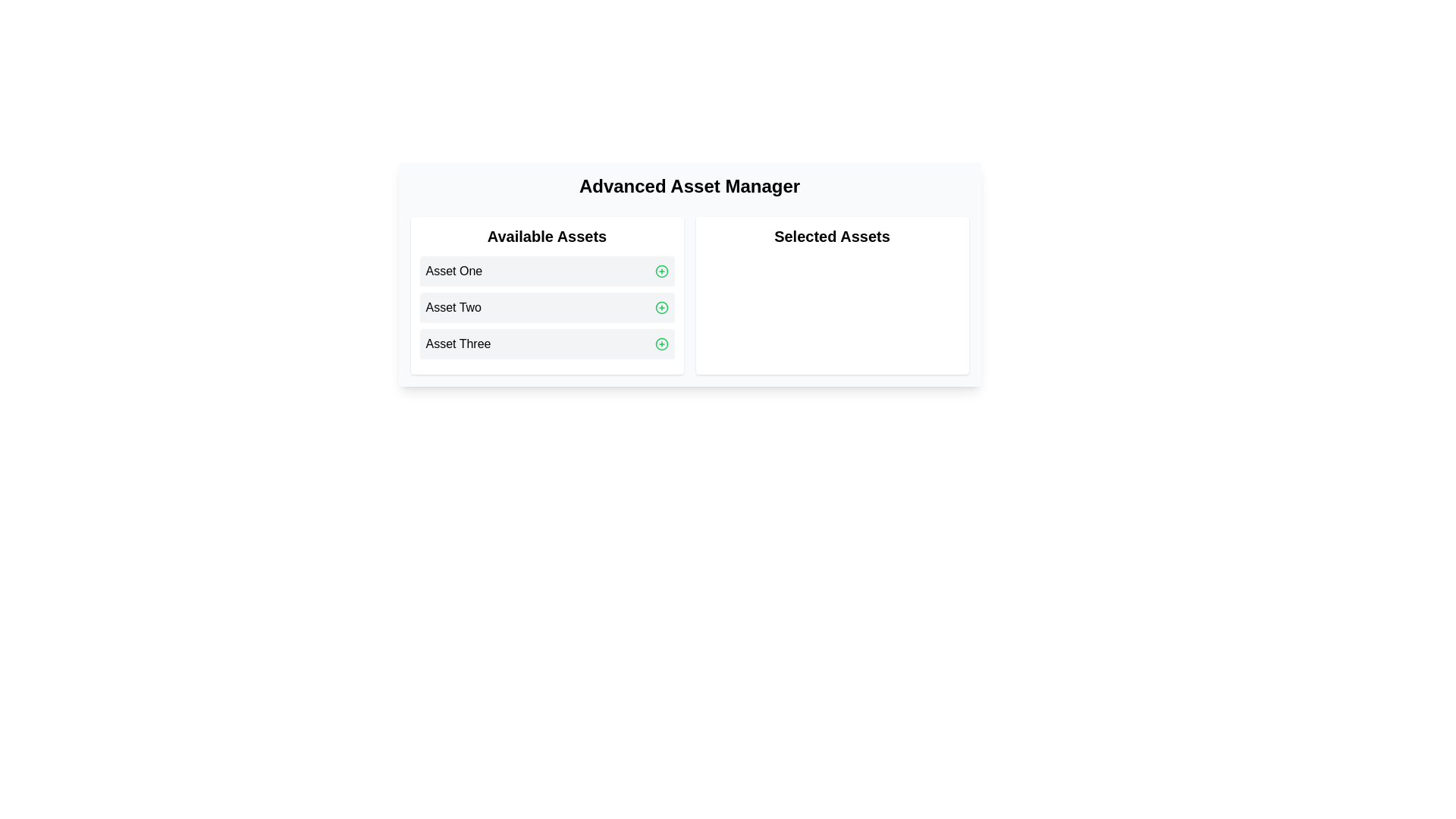 This screenshot has width=1456, height=819. What do you see at coordinates (661, 307) in the screenshot?
I see `the icon` at bounding box center [661, 307].